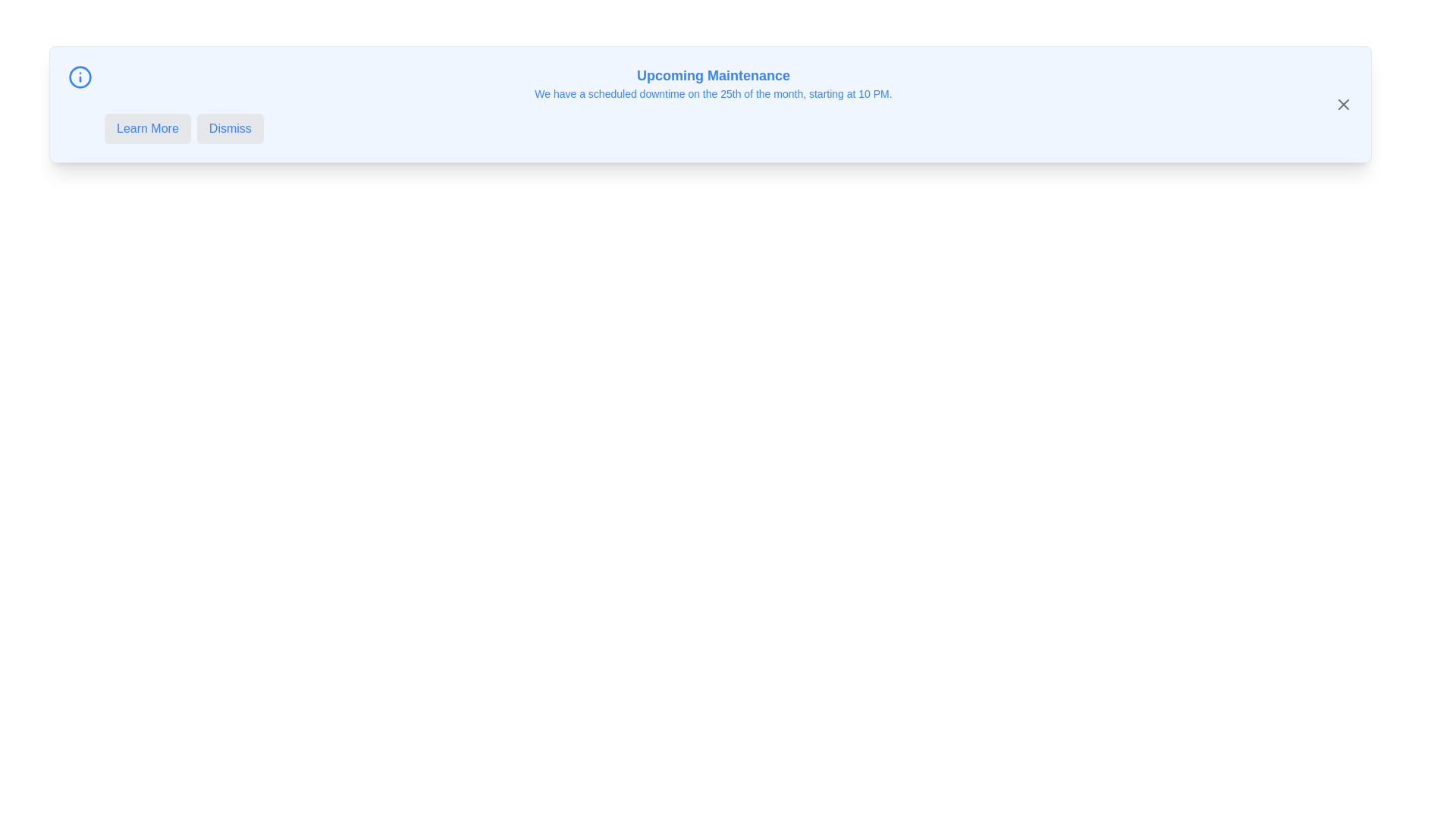 This screenshot has width=1456, height=819. What do you see at coordinates (229, 127) in the screenshot?
I see `the 'Dismiss' button, which is a light gray button with rounded corners located to the right of the 'Learn More' button in the notification panel` at bounding box center [229, 127].